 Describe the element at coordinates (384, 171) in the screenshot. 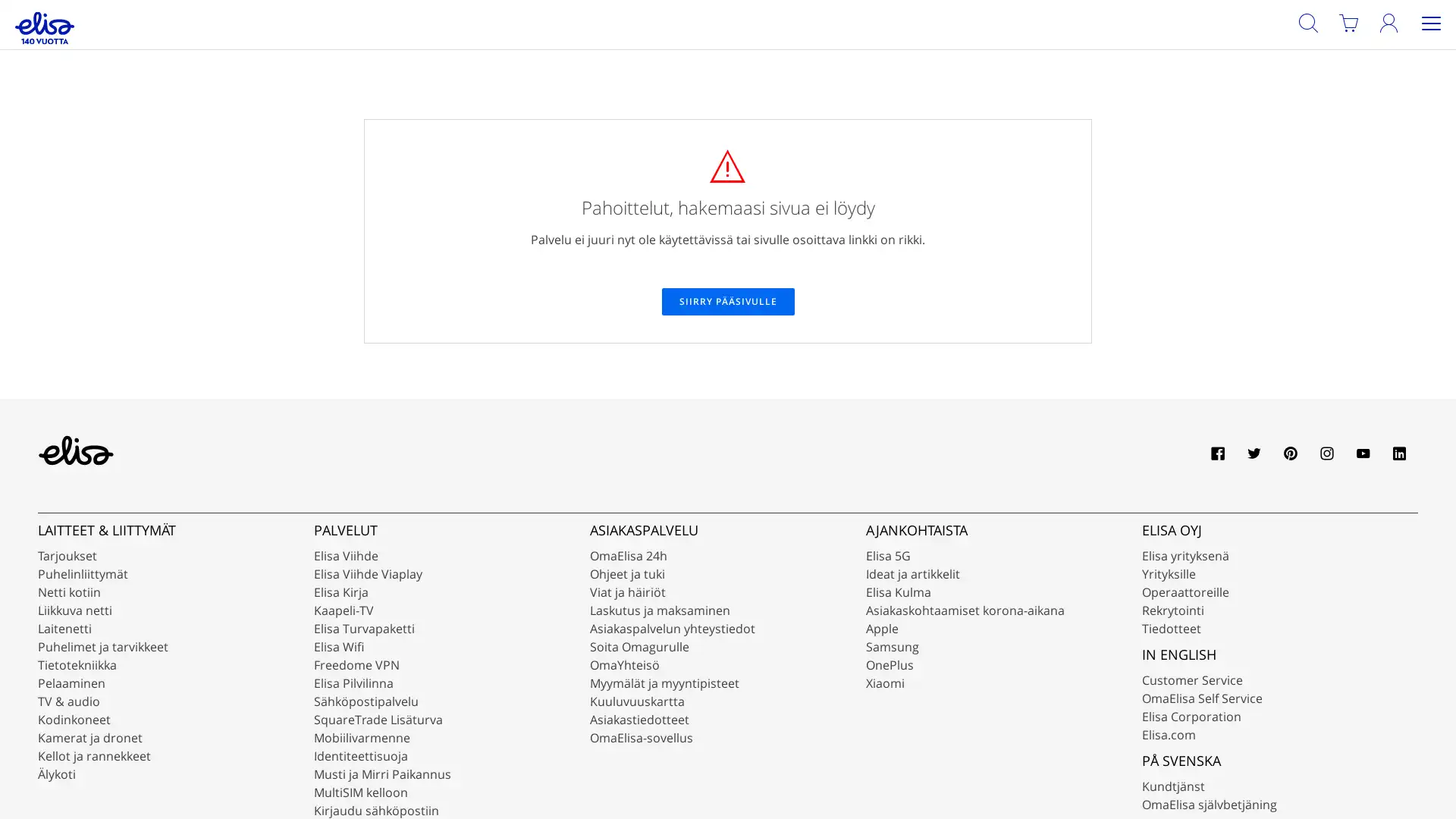

I see `Jatka ostoksia` at that location.